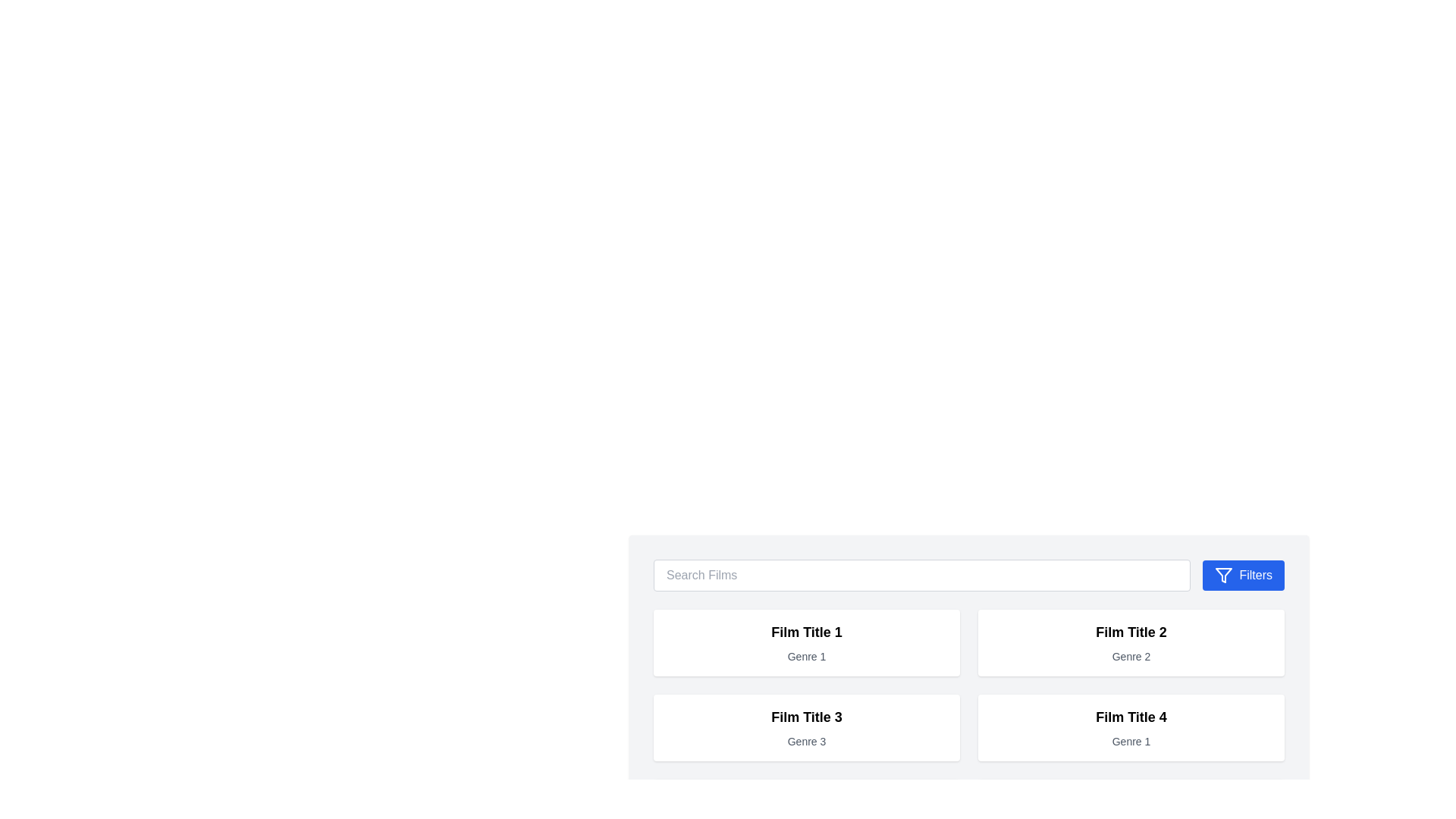  What do you see at coordinates (806, 717) in the screenshot?
I see `the text label located in the lower-left box of the grid layout, positioned above 'Genre 3'` at bounding box center [806, 717].